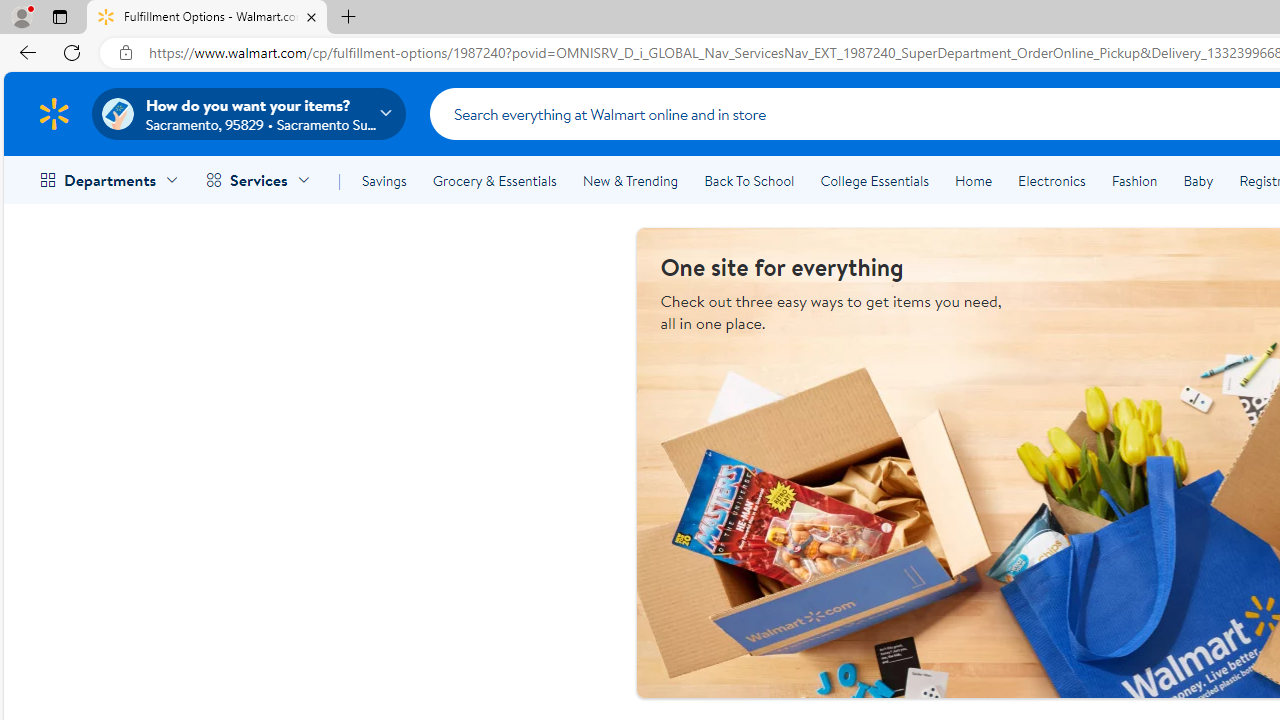  Describe the element at coordinates (207, 17) in the screenshot. I see `'Fulfillment Options - Walmart.com'` at that location.